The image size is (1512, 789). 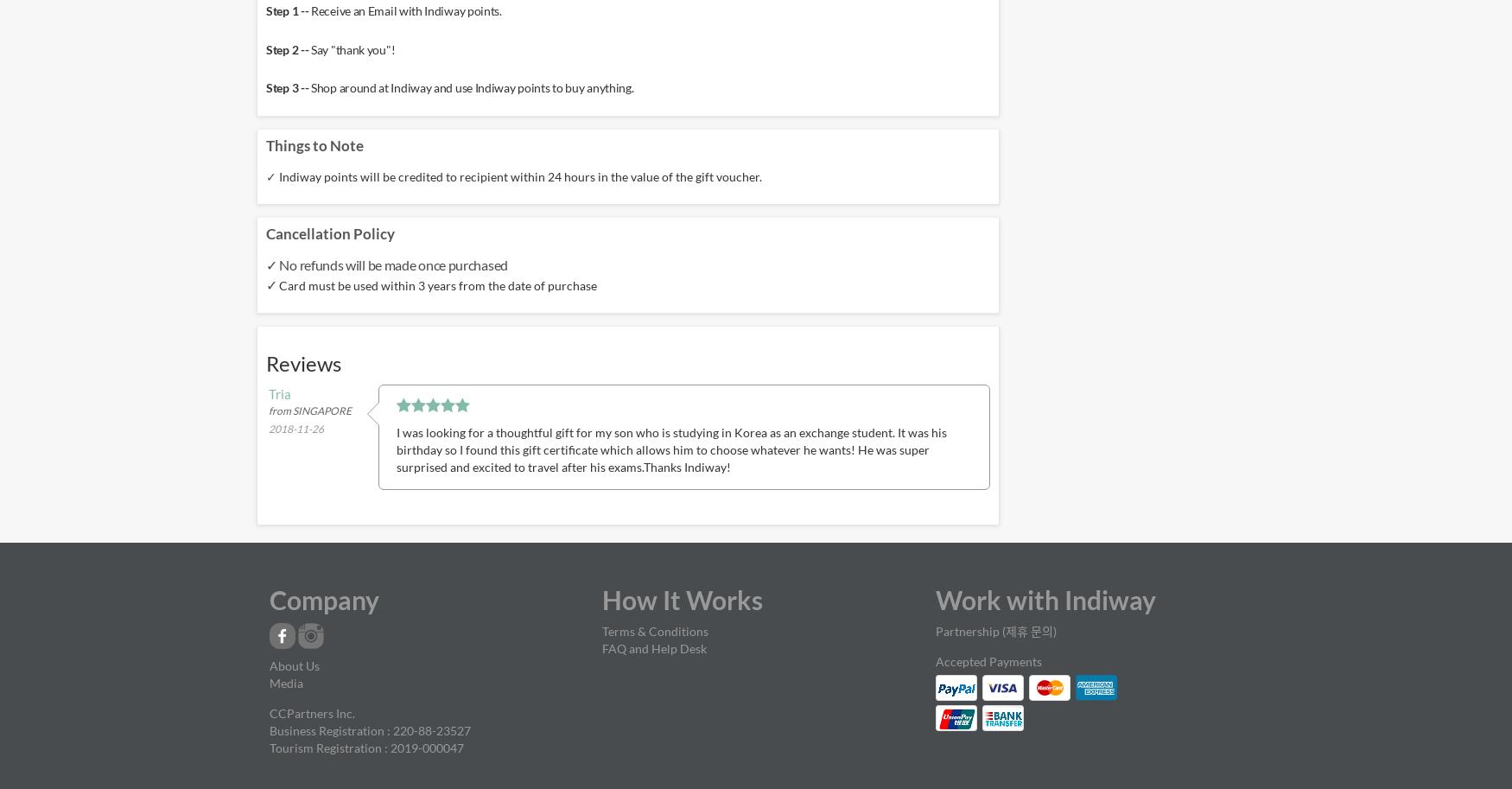 What do you see at coordinates (289, 87) in the screenshot?
I see `'Step 3 --'` at bounding box center [289, 87].